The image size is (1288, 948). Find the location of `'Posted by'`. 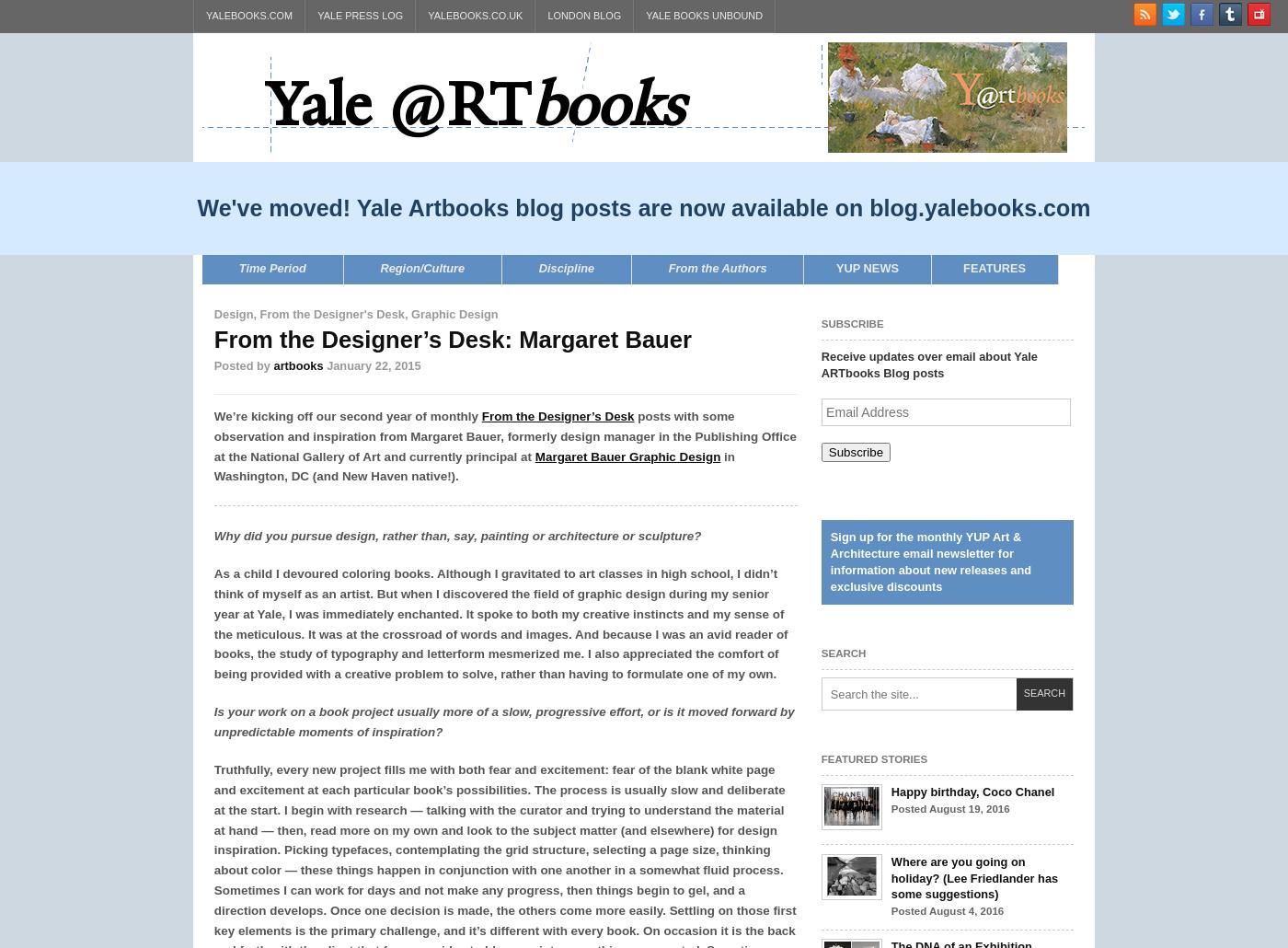

'Posted by' is located at coordinates (243, 365).